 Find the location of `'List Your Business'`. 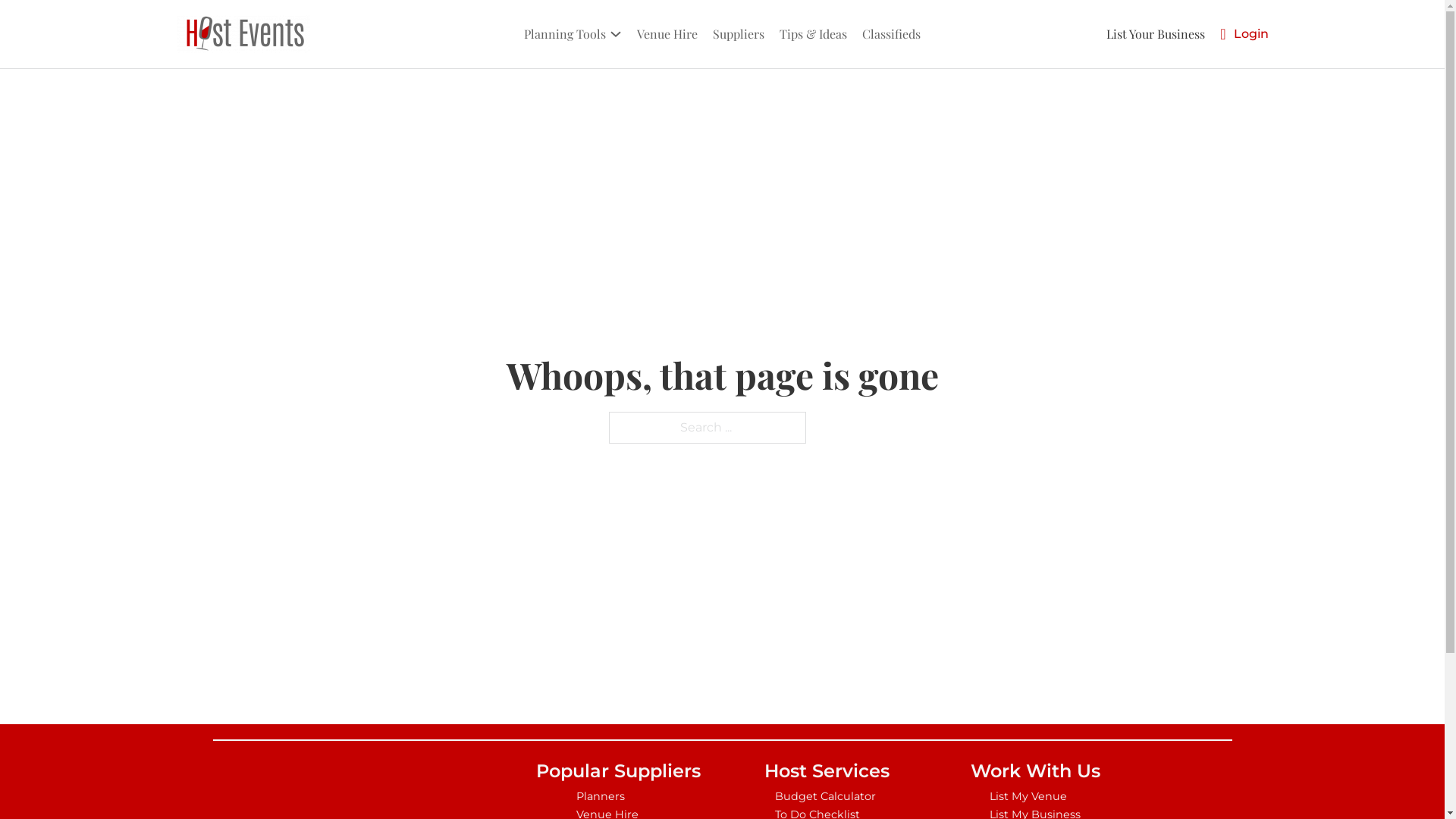

'List Your Business' is located at coordinates (1154, 33).